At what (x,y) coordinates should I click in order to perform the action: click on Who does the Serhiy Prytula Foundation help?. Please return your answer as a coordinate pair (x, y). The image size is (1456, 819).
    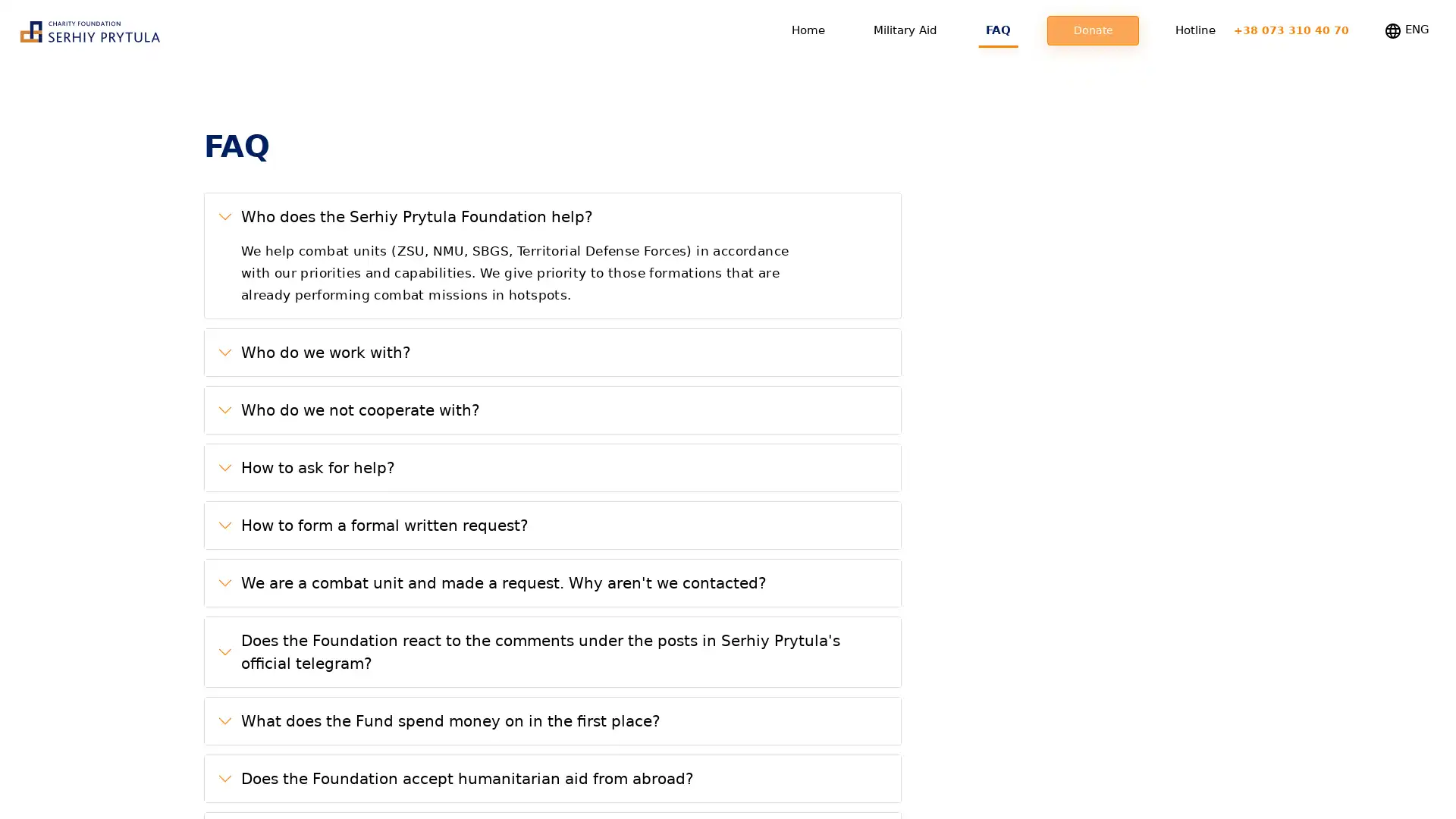
    Looking at the image, I should click on (551, 216).